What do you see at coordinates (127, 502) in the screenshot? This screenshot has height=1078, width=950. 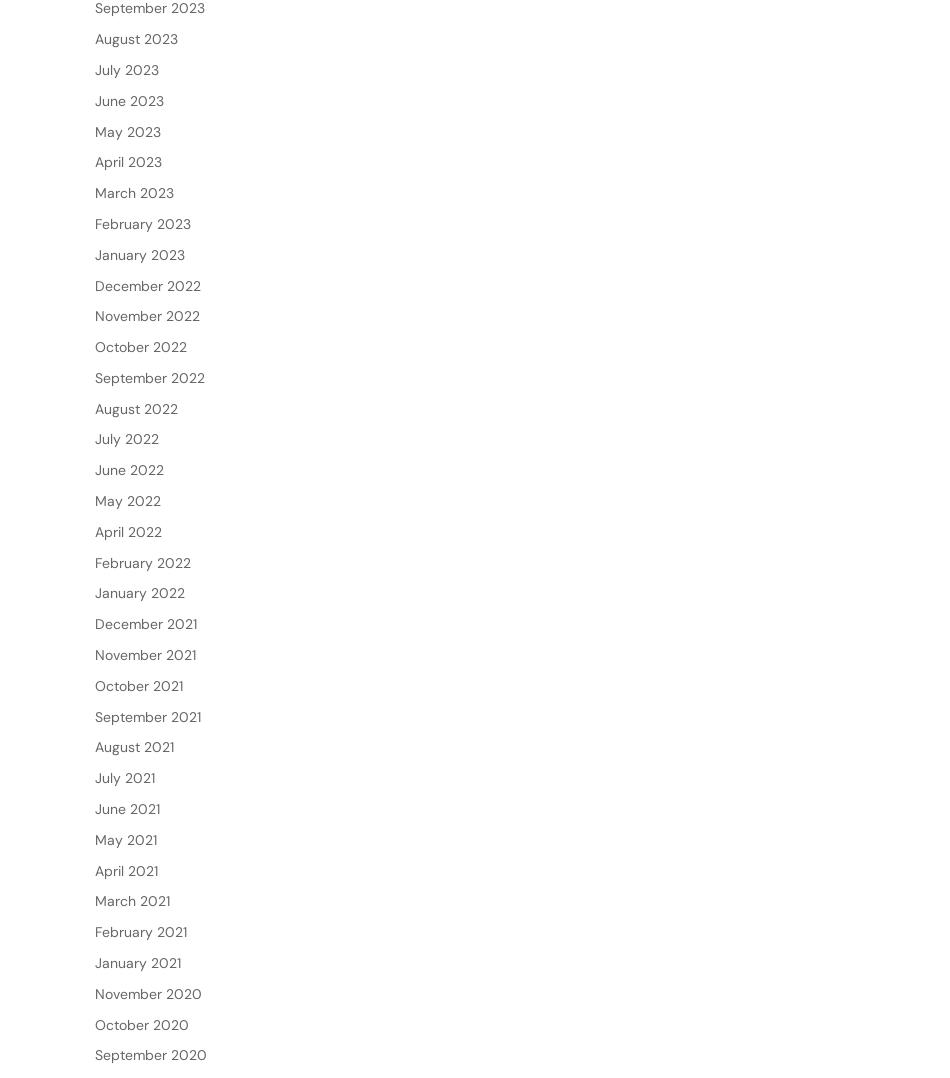 I see `'July 2022'` at bounding box center [127, 502].